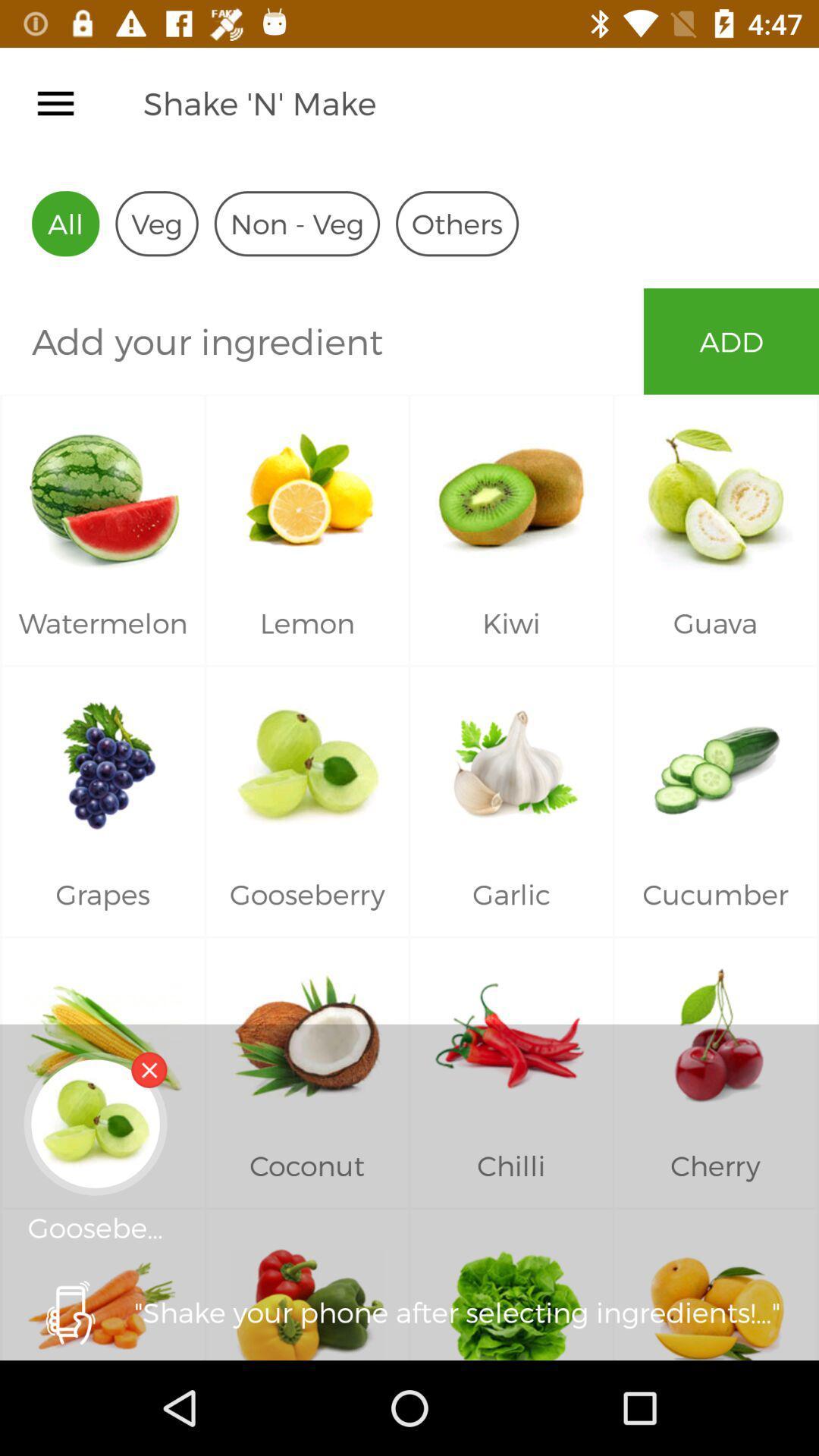 This screenshot has width=819, height=1456. What do you see at coordinates (149, 1069) in the screenshot?
I see `delete image` at bounding box center [149, 1069].